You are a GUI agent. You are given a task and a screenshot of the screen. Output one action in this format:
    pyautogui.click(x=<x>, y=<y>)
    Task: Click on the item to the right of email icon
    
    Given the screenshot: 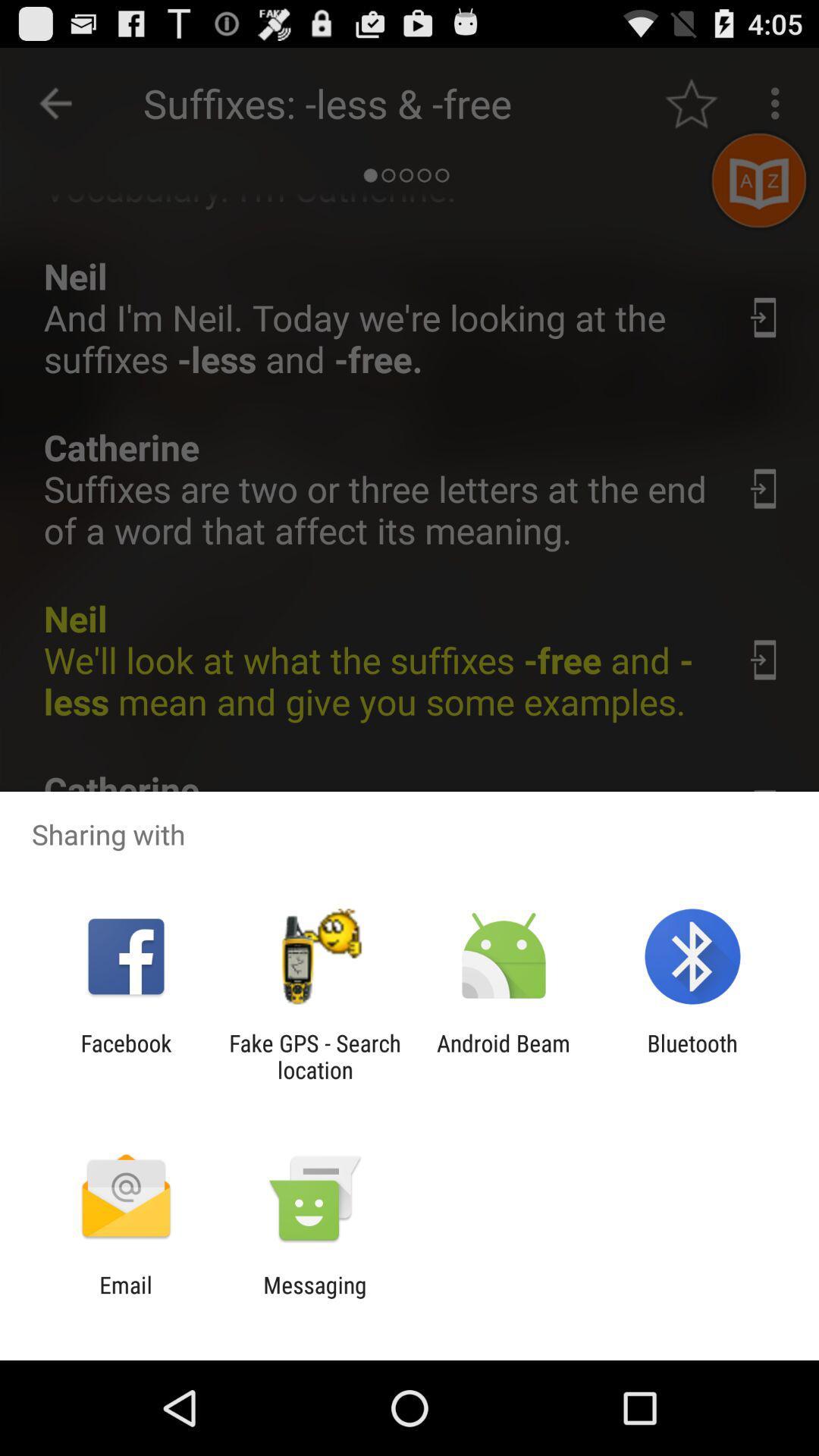 What is the action you would take?
    pyautogui.click(x=314, y=1298)
    